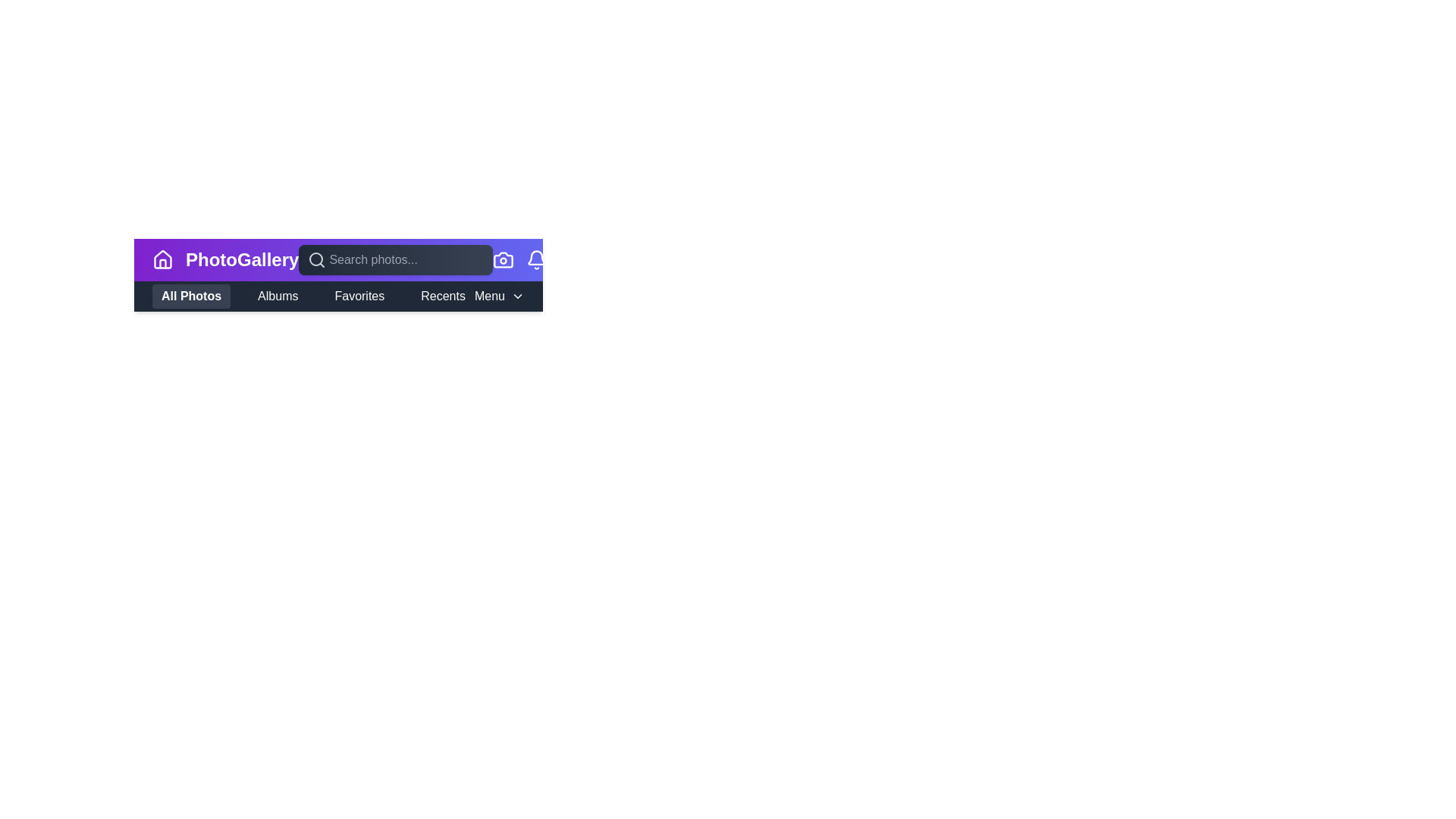  What do you see at coordinates (489, 296) in the screenshot?
I see `the Menu button to activate the corresponding navigation` at bounding box center [489, 296].